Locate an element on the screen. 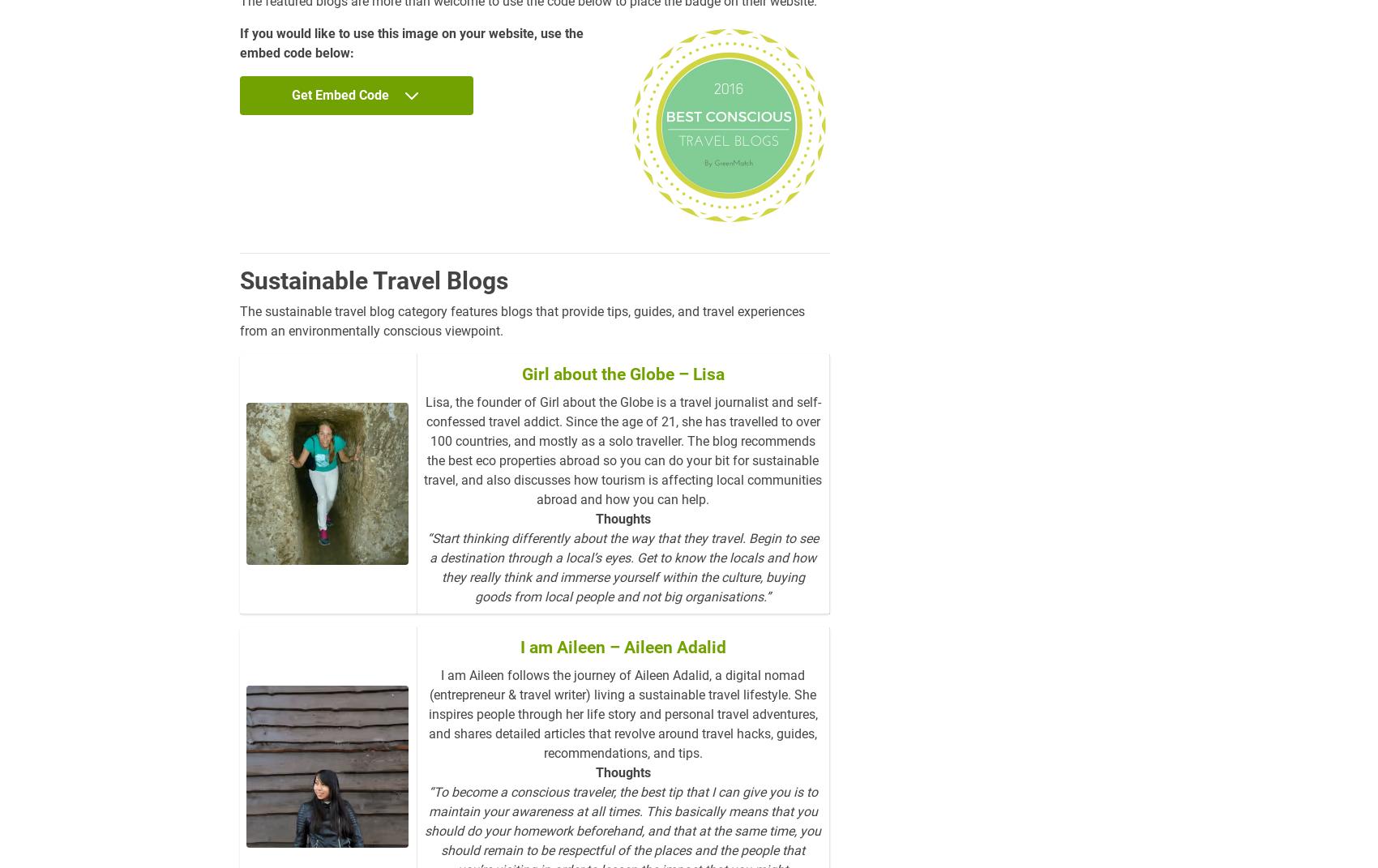  'I am Aileen – Aileen Adalid' is located at coordinates (622, 646).